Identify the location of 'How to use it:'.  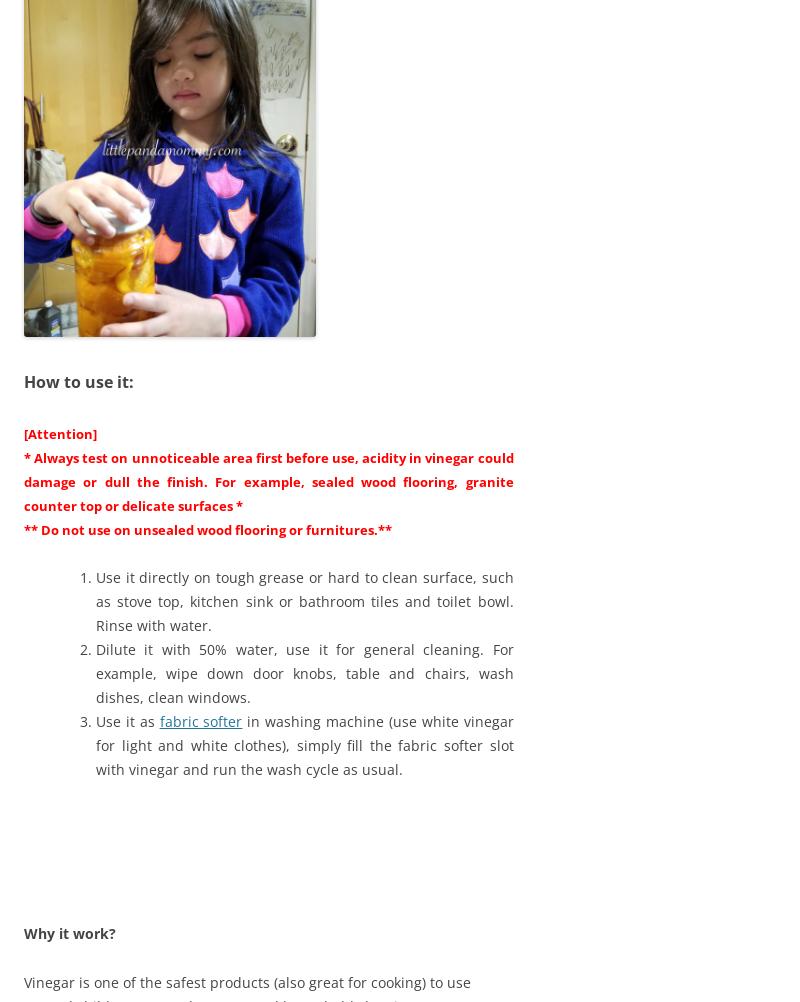
(79, 381).